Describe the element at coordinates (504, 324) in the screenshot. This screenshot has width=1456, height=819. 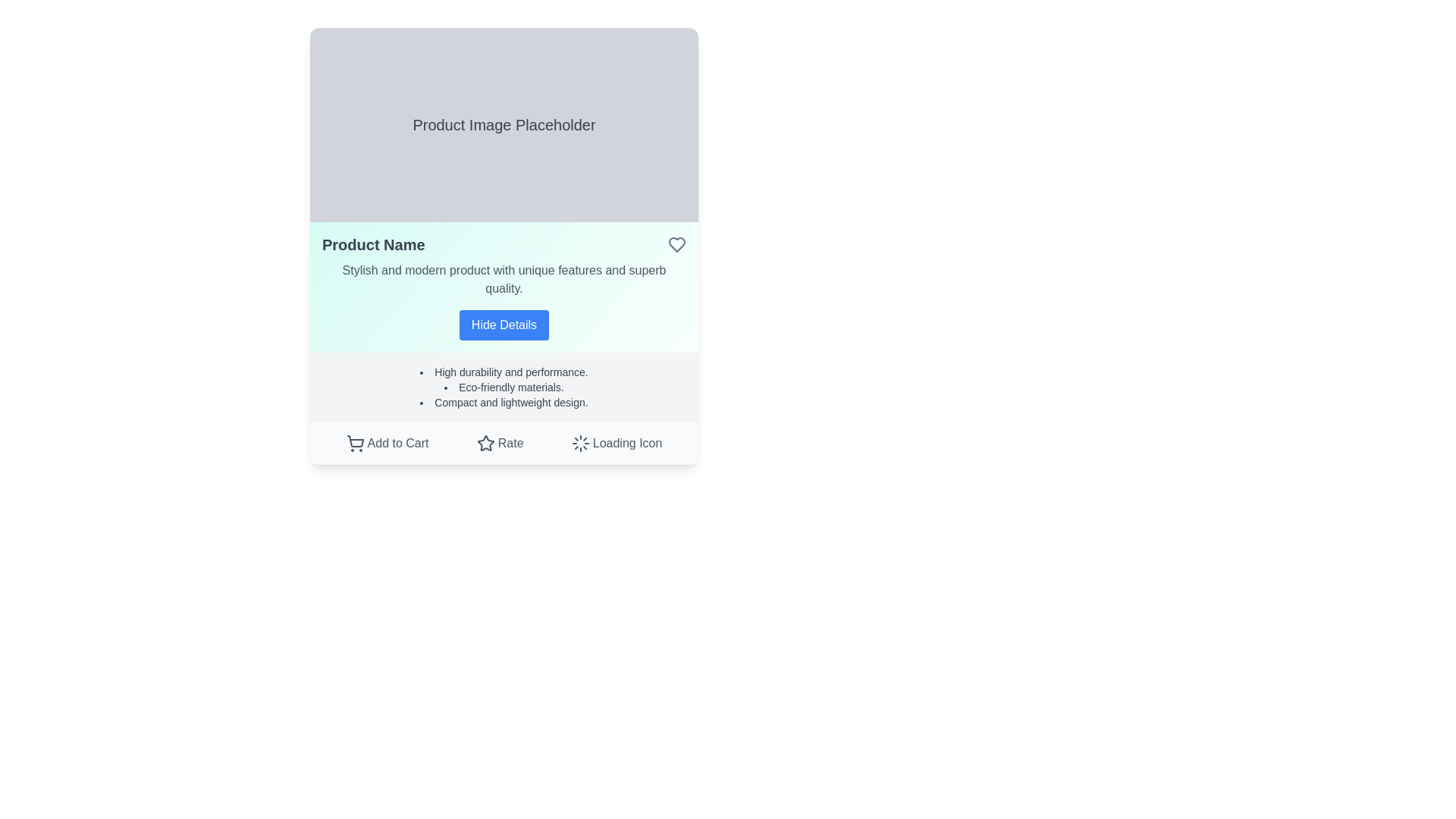
I see `the bright blue button with white bold text 'Hide Details'` at that location.